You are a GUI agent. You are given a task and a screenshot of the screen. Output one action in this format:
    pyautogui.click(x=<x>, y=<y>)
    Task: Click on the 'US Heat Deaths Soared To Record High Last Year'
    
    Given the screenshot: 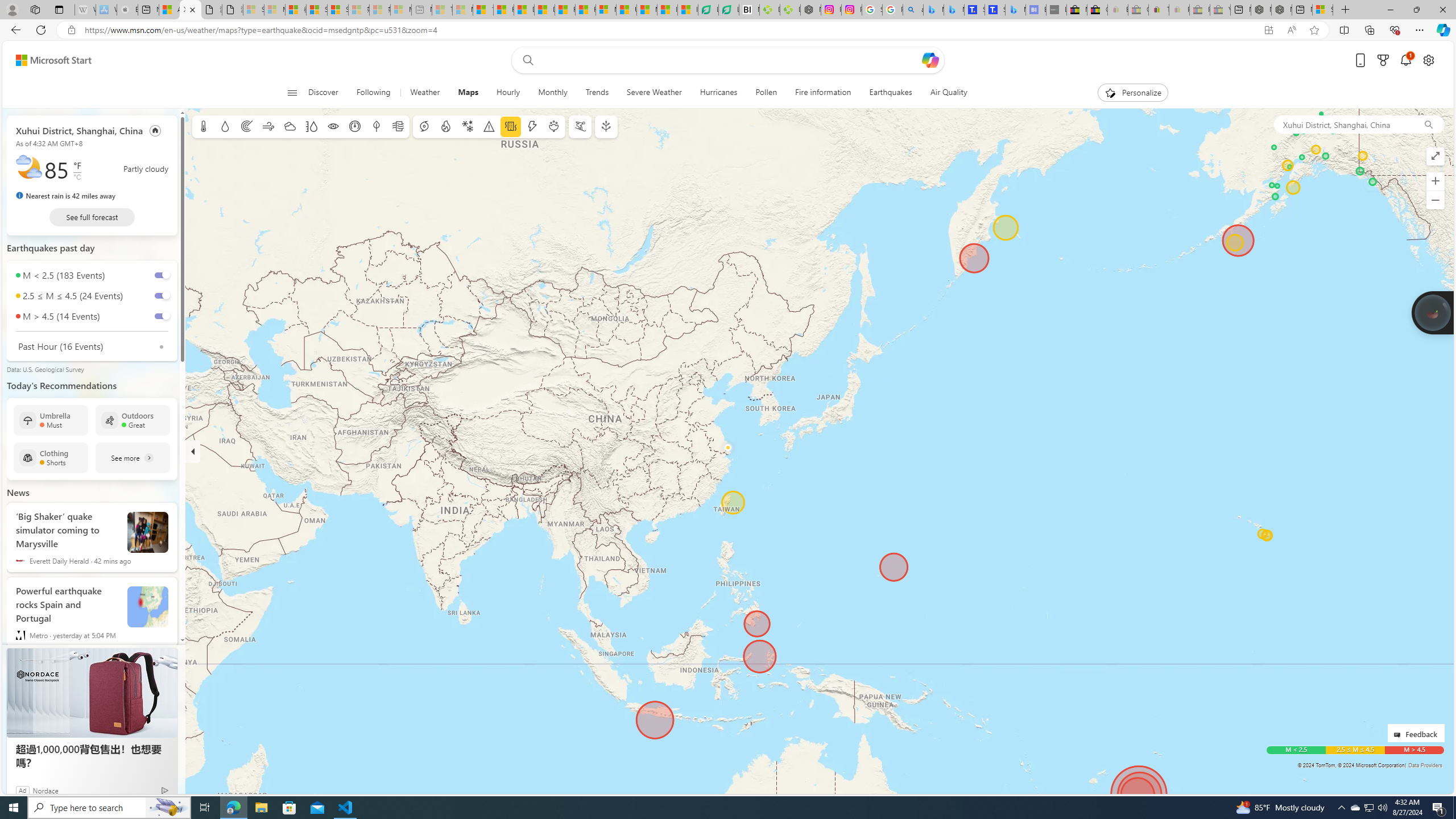 What is the action you would take?
    pyautogui.click(x=626, y=9)
    